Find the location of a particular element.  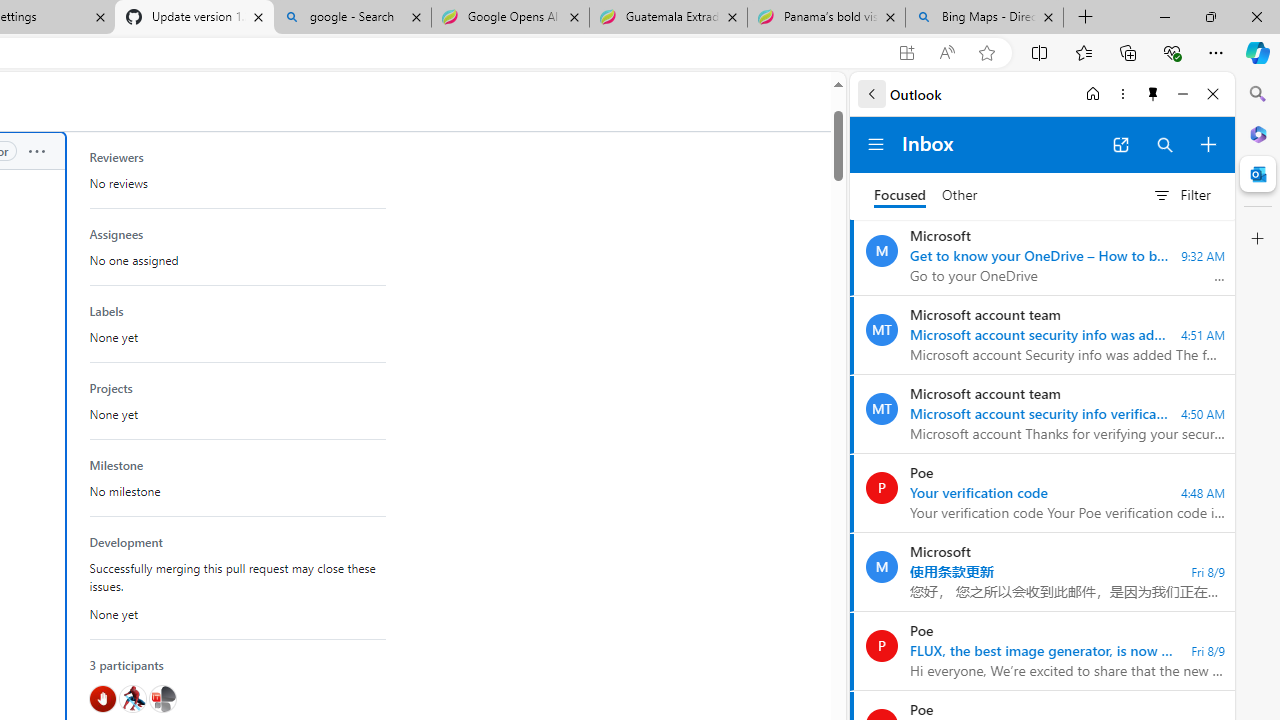

'Focused Inbox, toggle to go to Other Inbox' is located at coordinates (925, 195).